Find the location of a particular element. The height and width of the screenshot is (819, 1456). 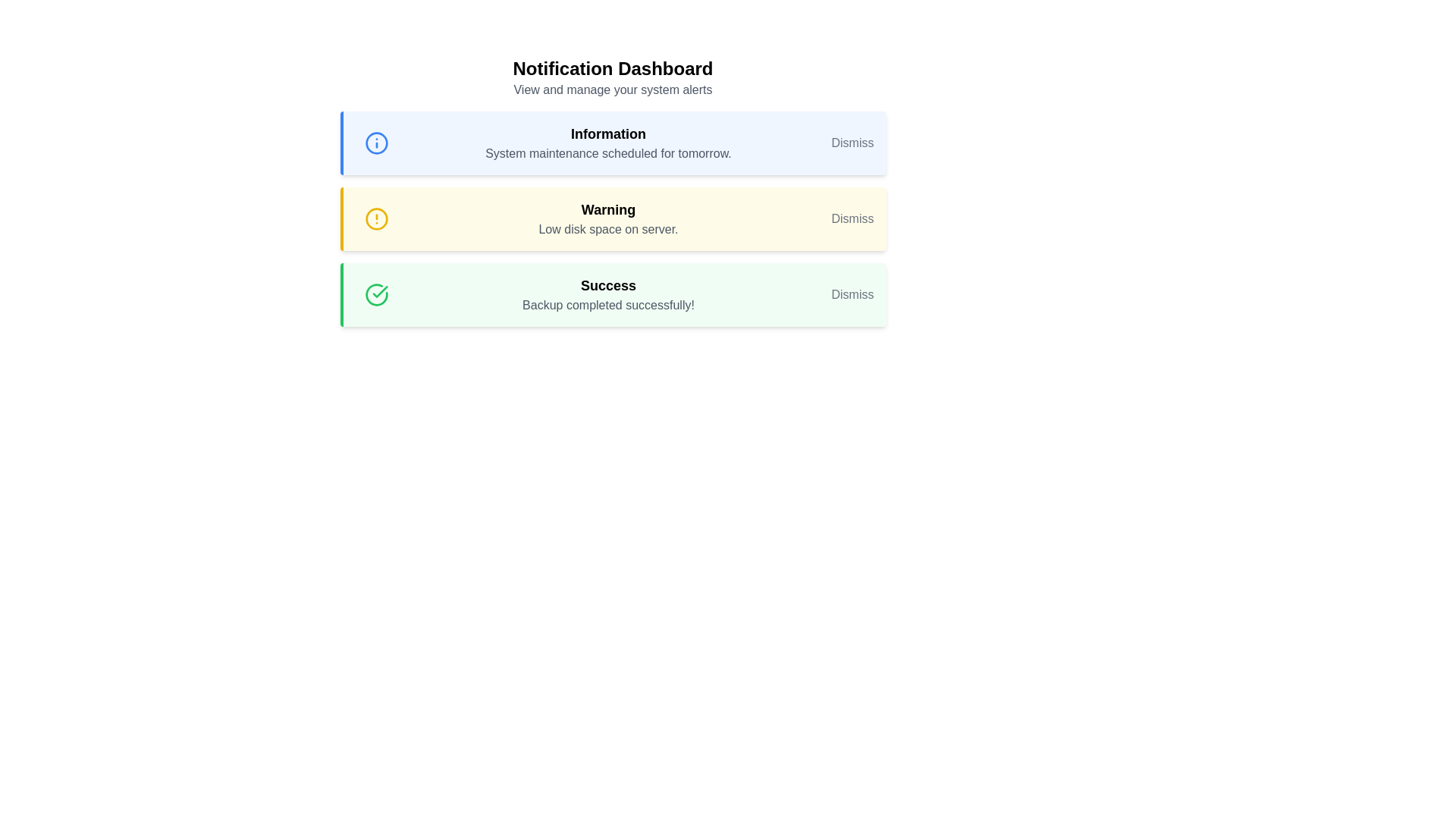

the descriptive Text label located underneath the 'Warning' title in the middle notification bar, which provides additional details about the warning notification is located at coordinates (608, 230).